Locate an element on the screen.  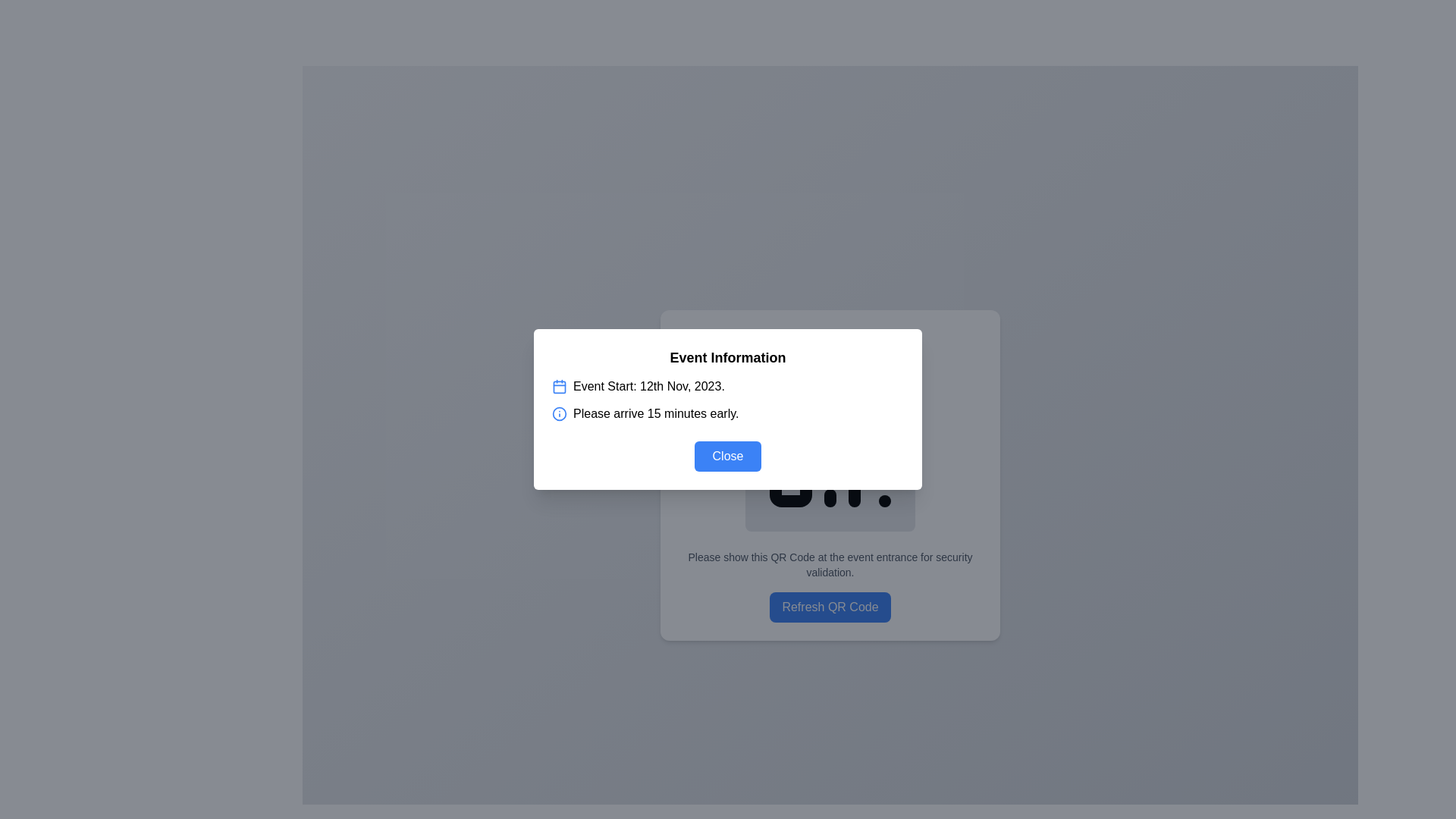
the informational text label within the 'Ticket Verification' modal that guides users on how to utilize the QR code for event entry, positioned above the 'Refresh QR Code' button is located at coordinates (829, 564).